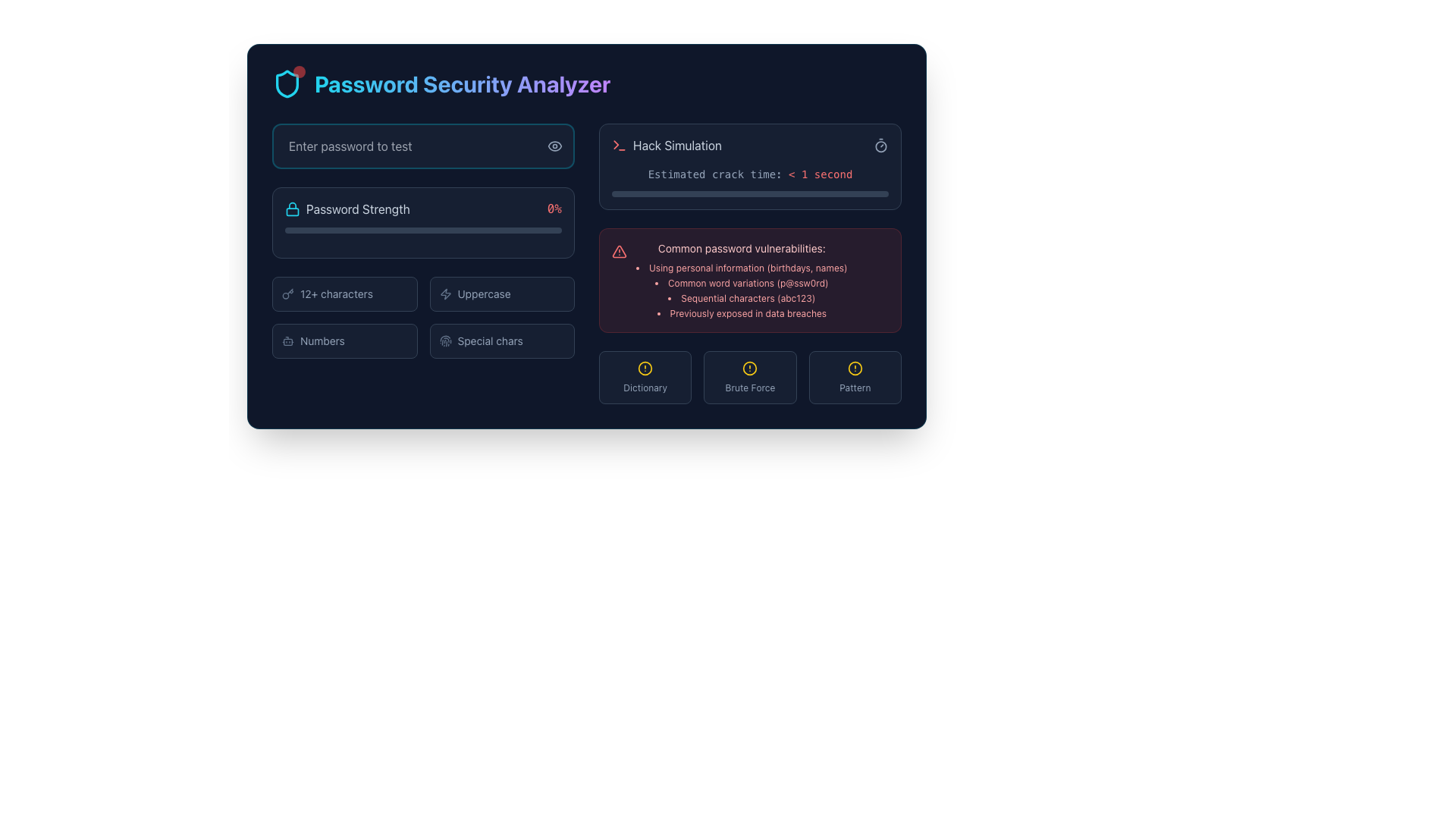  Describe the element at coordinates (619, 250) in the screenshot. I see `the Warning Triangle icon, which is a triangular warning symbol with a red or orange filled interior, located in the 'Common password vulnerabilities' section` at that location.